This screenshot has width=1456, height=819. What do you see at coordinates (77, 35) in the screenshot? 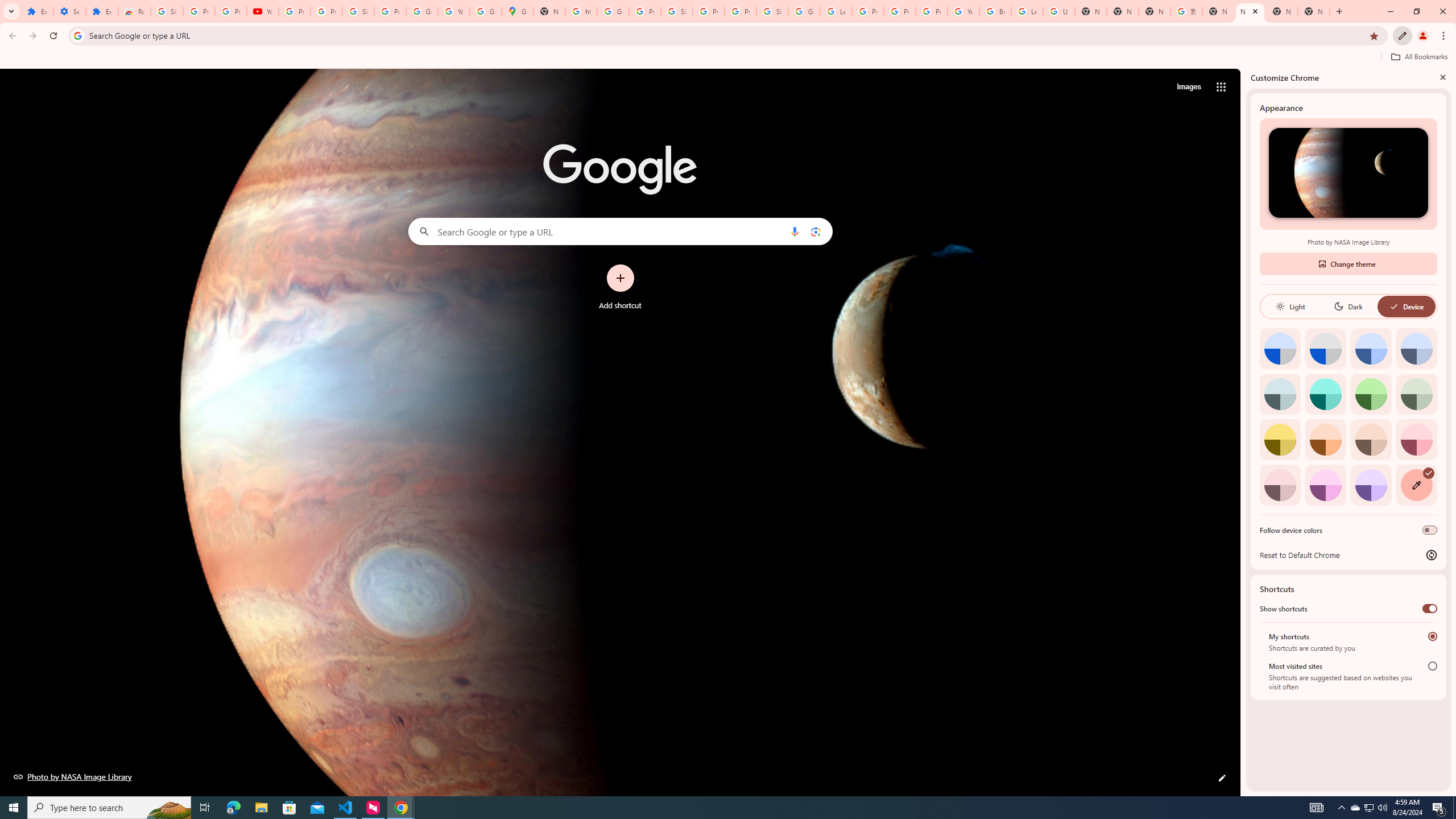
I see `'Search icon'` at bounding box center [77, 35].